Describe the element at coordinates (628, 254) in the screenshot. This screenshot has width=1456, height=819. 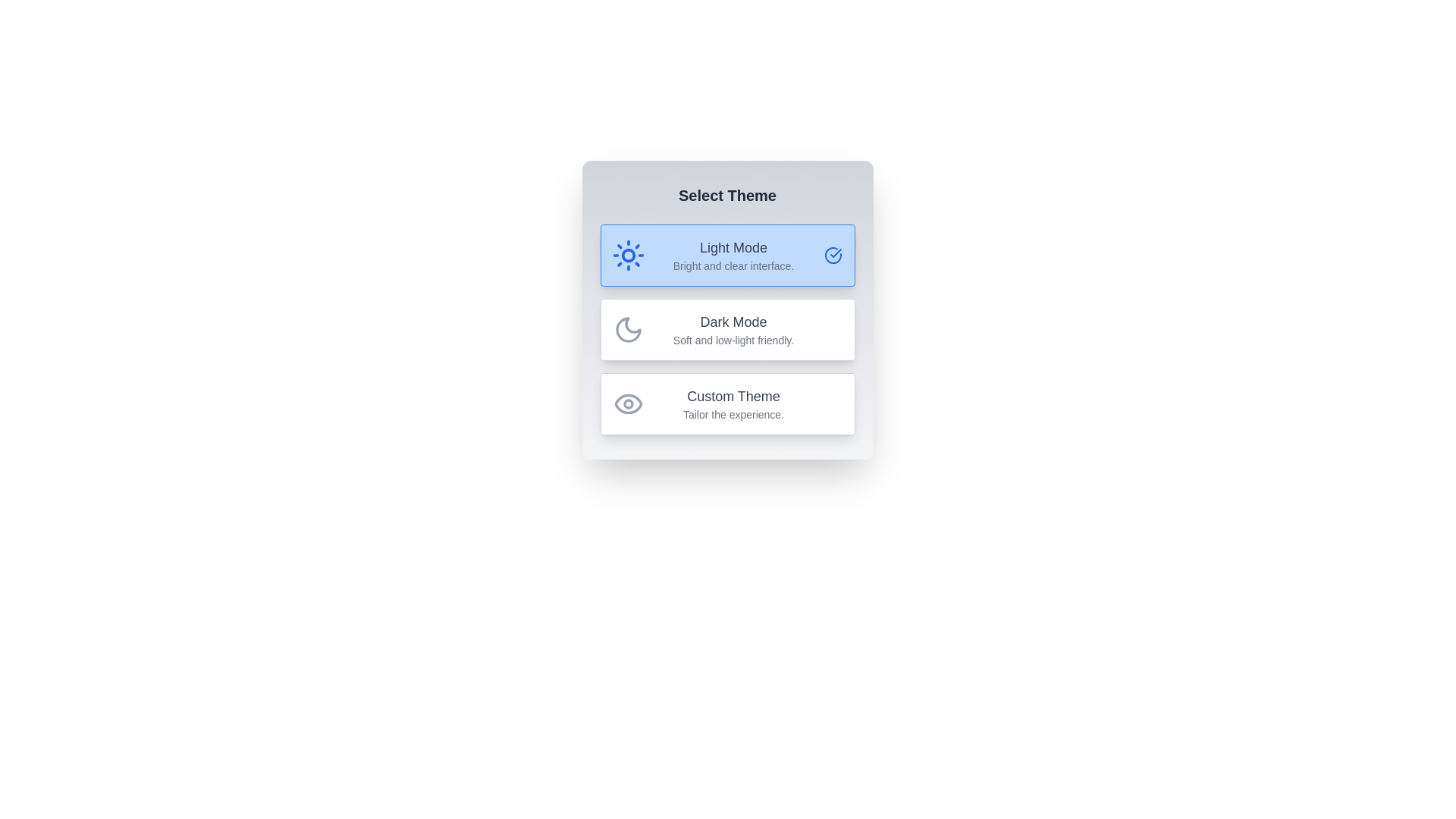
I see `the 'Light Mode' theme icon, which is the leftmost icon in the selection panel and visually represents the 'Light Mode' theme` at that location.